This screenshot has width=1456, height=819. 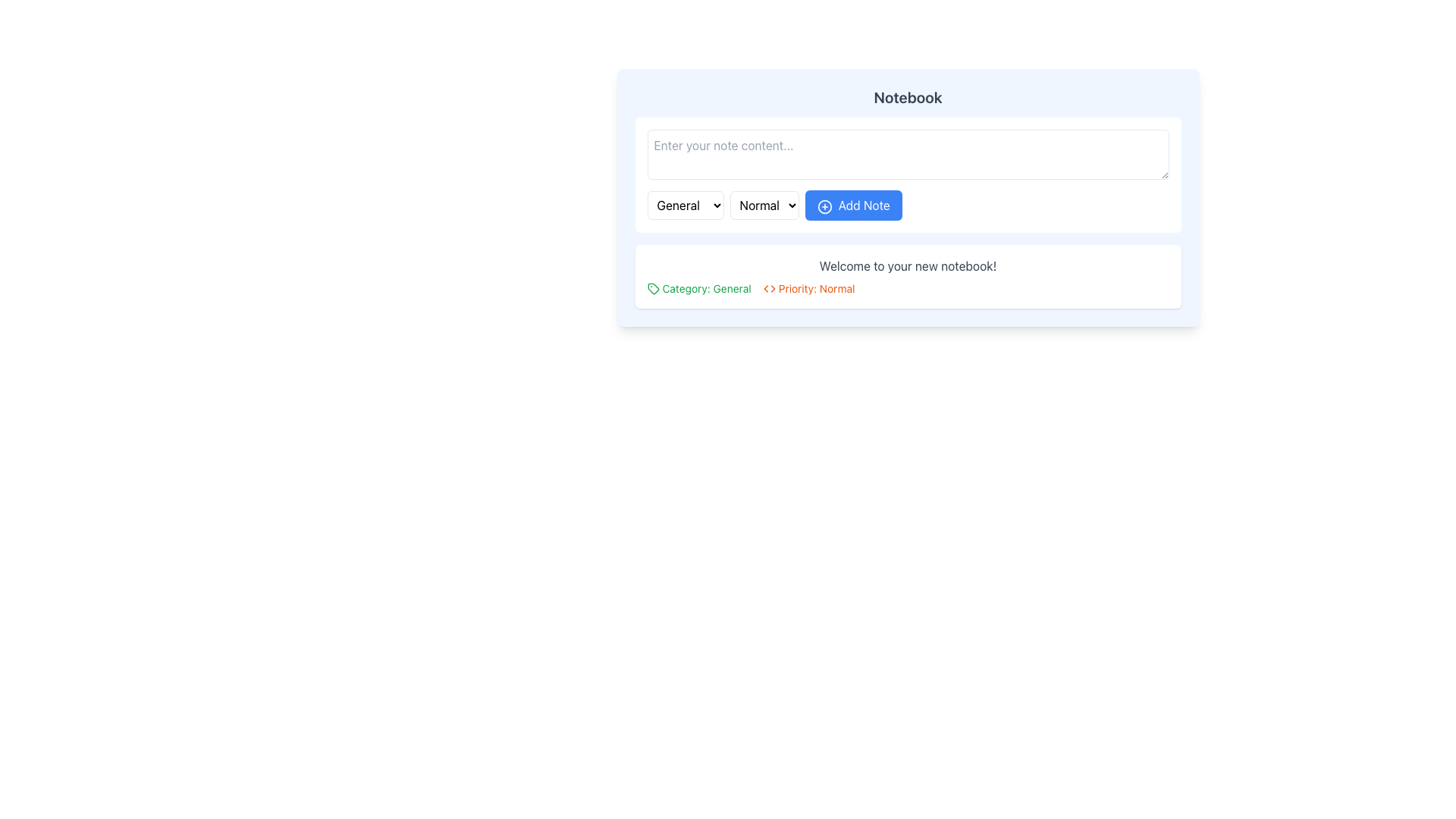 What do you see at coordinates (653, 289) in the screenshot?
I see `the icon element that resembles a tag or label, which is a polygonal shape with a pointed corner, located in the lower-left corner of the central content area` at bounding box center [653, 289].